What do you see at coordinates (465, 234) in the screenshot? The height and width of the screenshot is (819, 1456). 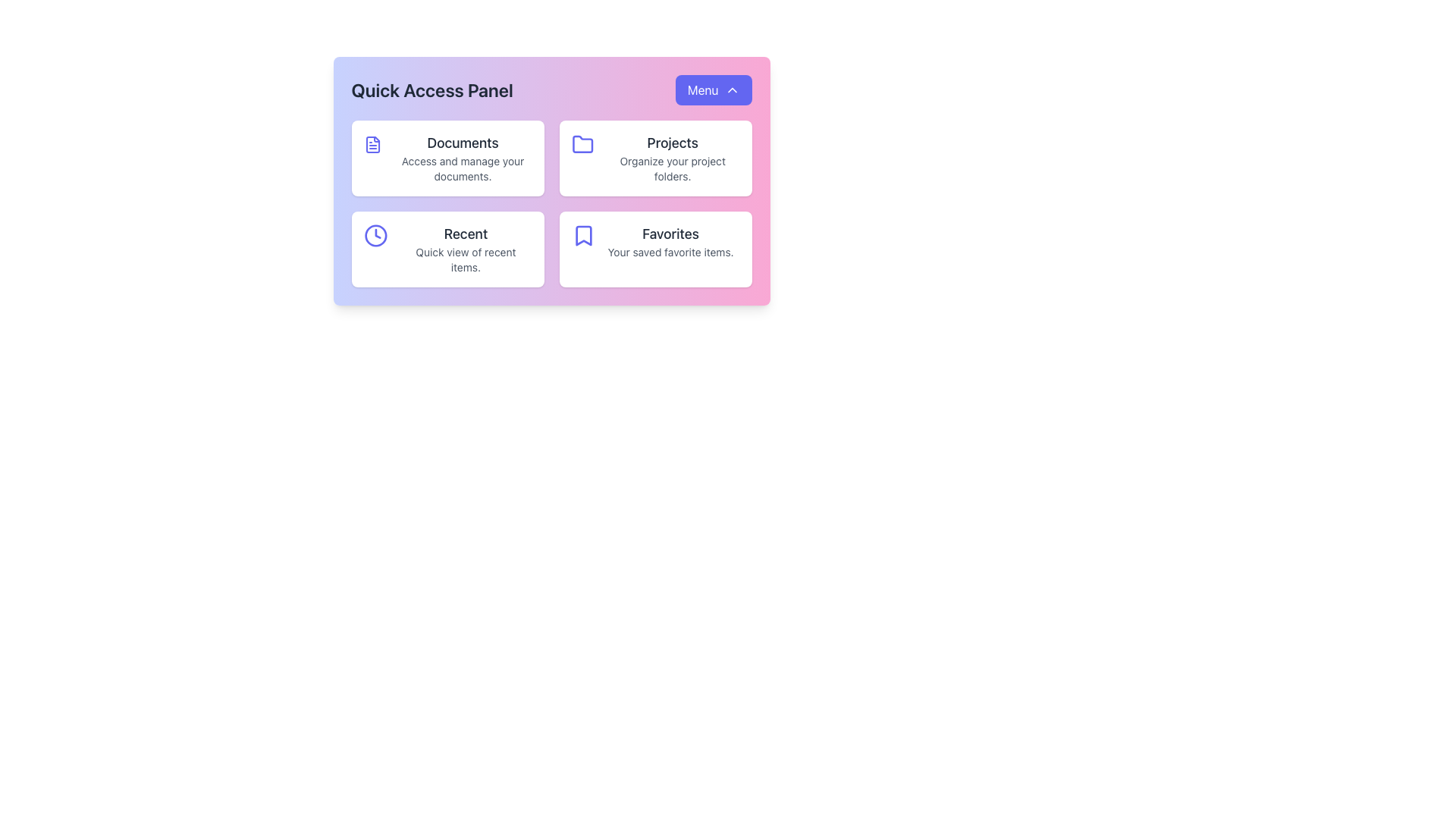 I see `the text label displaying 'Recent' in a large, bold font within the second card of the Quick Access Panel` at bounding box center [465, 234].